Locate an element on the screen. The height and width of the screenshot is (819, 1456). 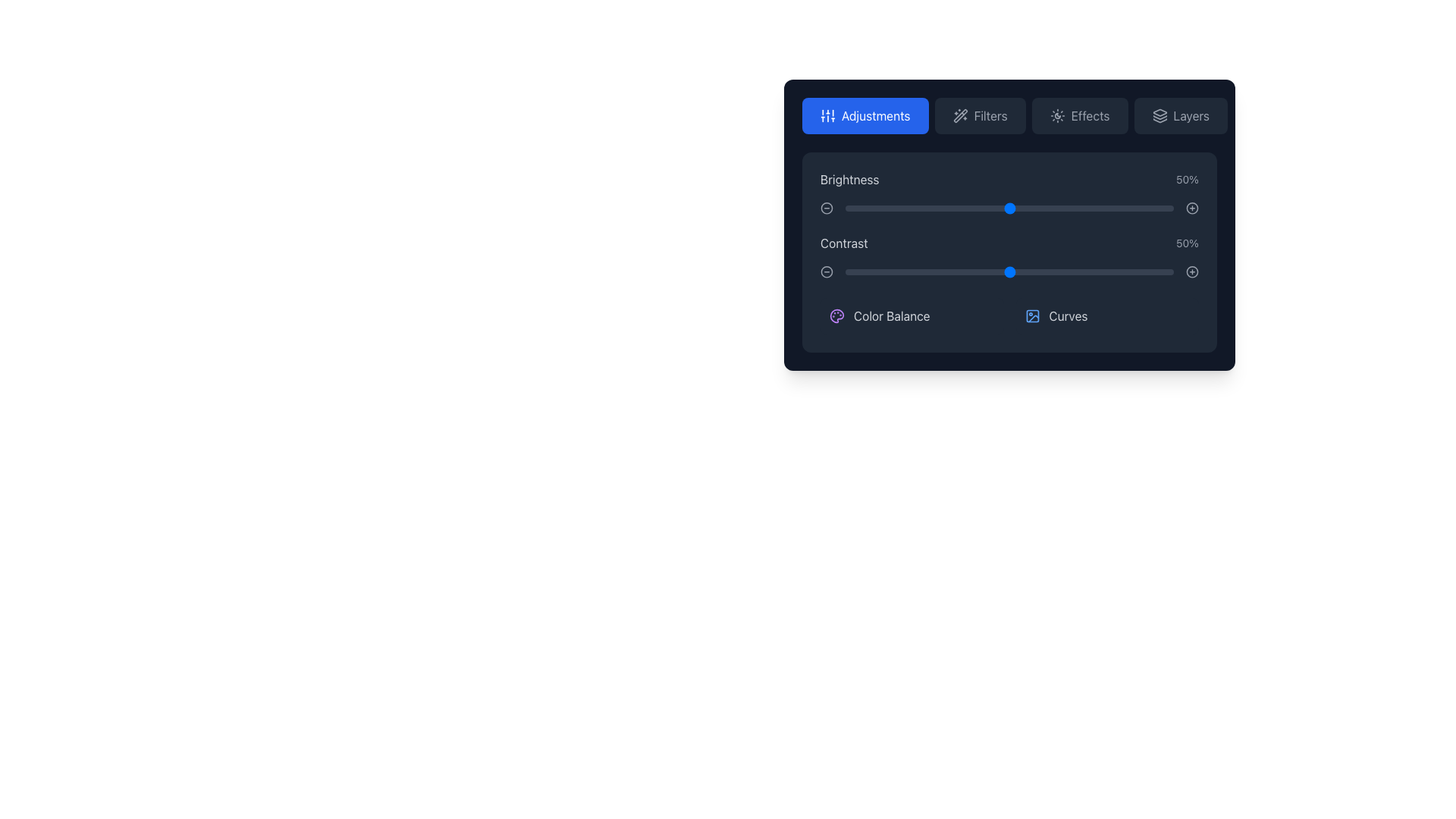
Brightness slider is located at coordinates (901, 208).